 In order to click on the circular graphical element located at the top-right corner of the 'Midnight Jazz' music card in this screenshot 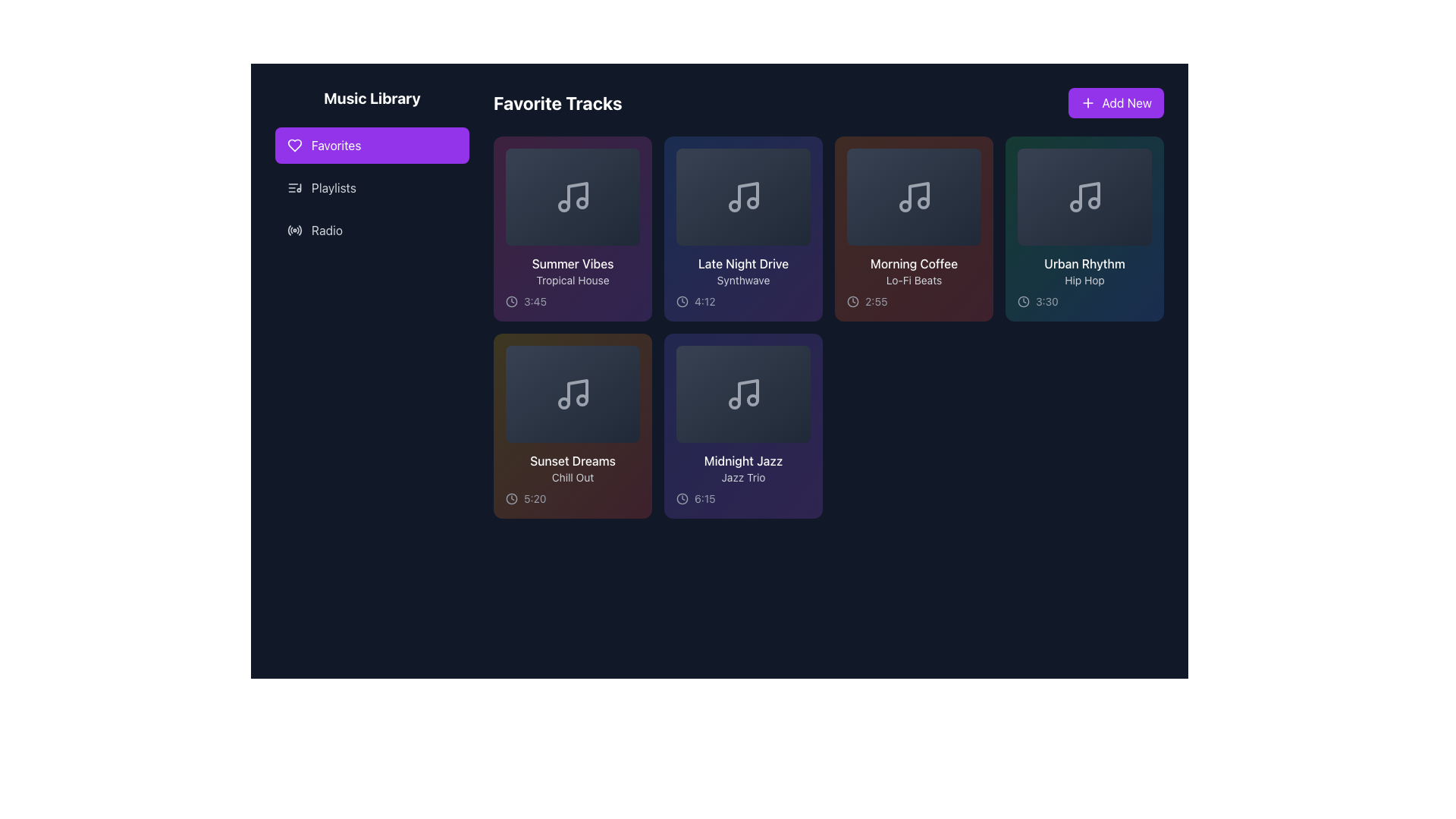, I will do `click(800, 354)`.